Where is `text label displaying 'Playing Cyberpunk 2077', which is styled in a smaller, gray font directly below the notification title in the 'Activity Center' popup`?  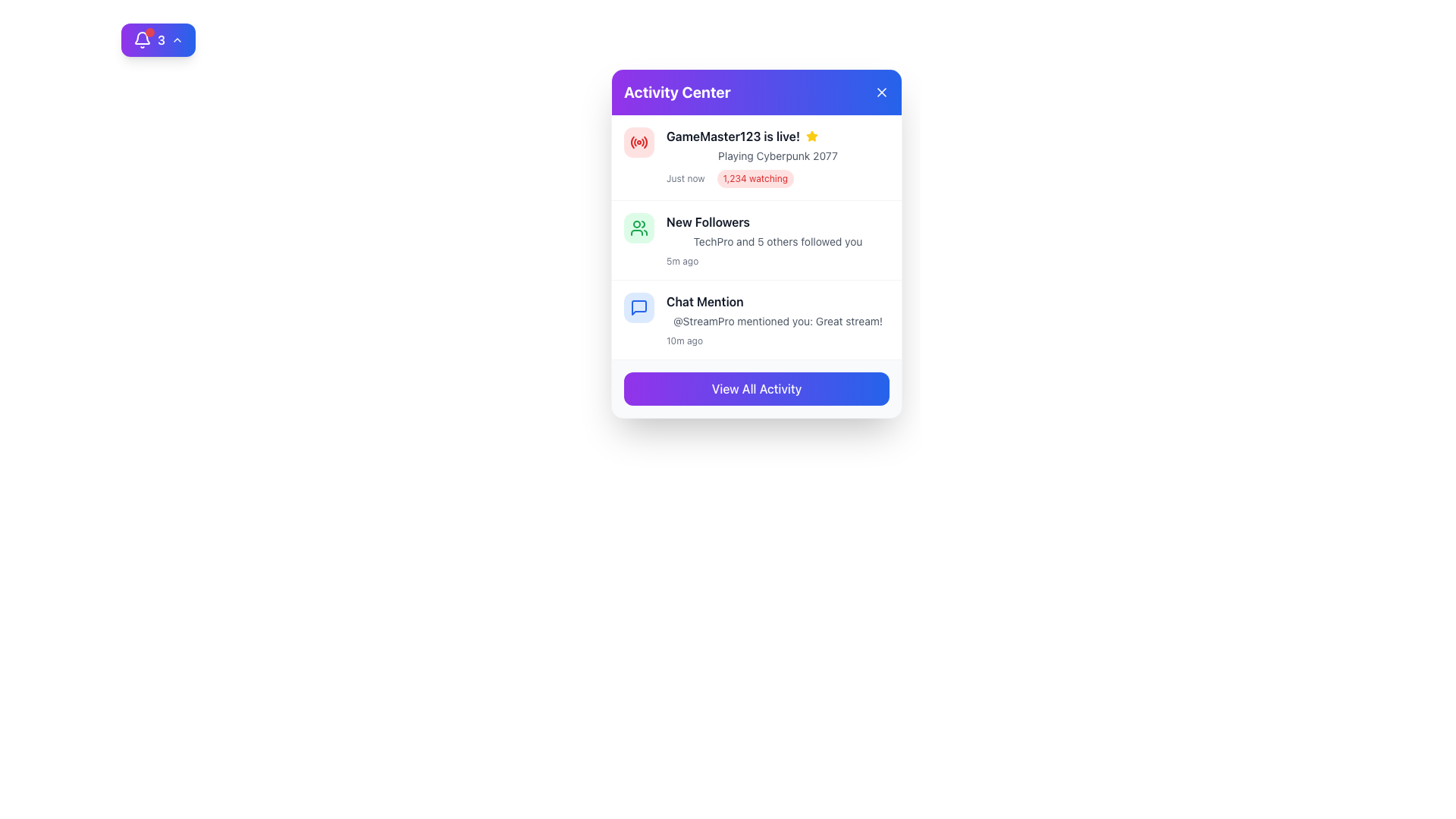
text label displaying 'Playing Cyberpunk 2077', which is styled in a smaller, gray font directly below the notification title in the 'Activity Center' popup is located at coordinates (778, 155).